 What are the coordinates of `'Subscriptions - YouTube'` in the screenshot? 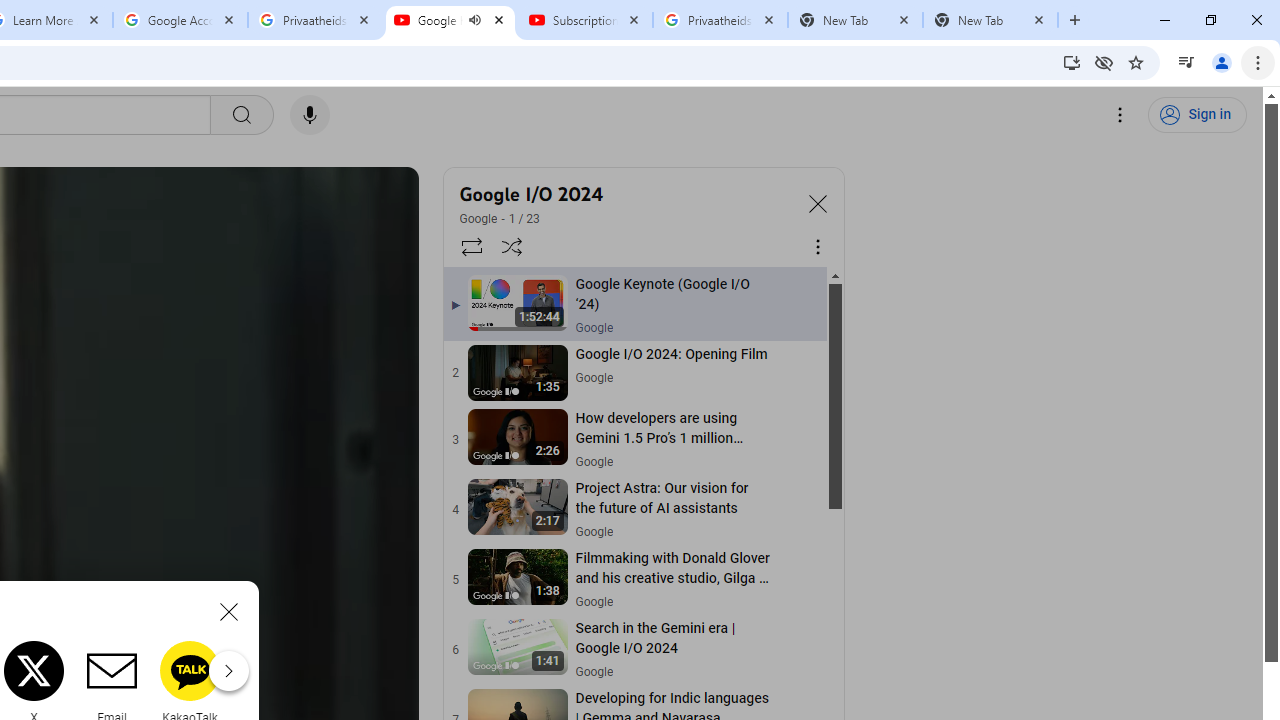 It's located at (584, 20).